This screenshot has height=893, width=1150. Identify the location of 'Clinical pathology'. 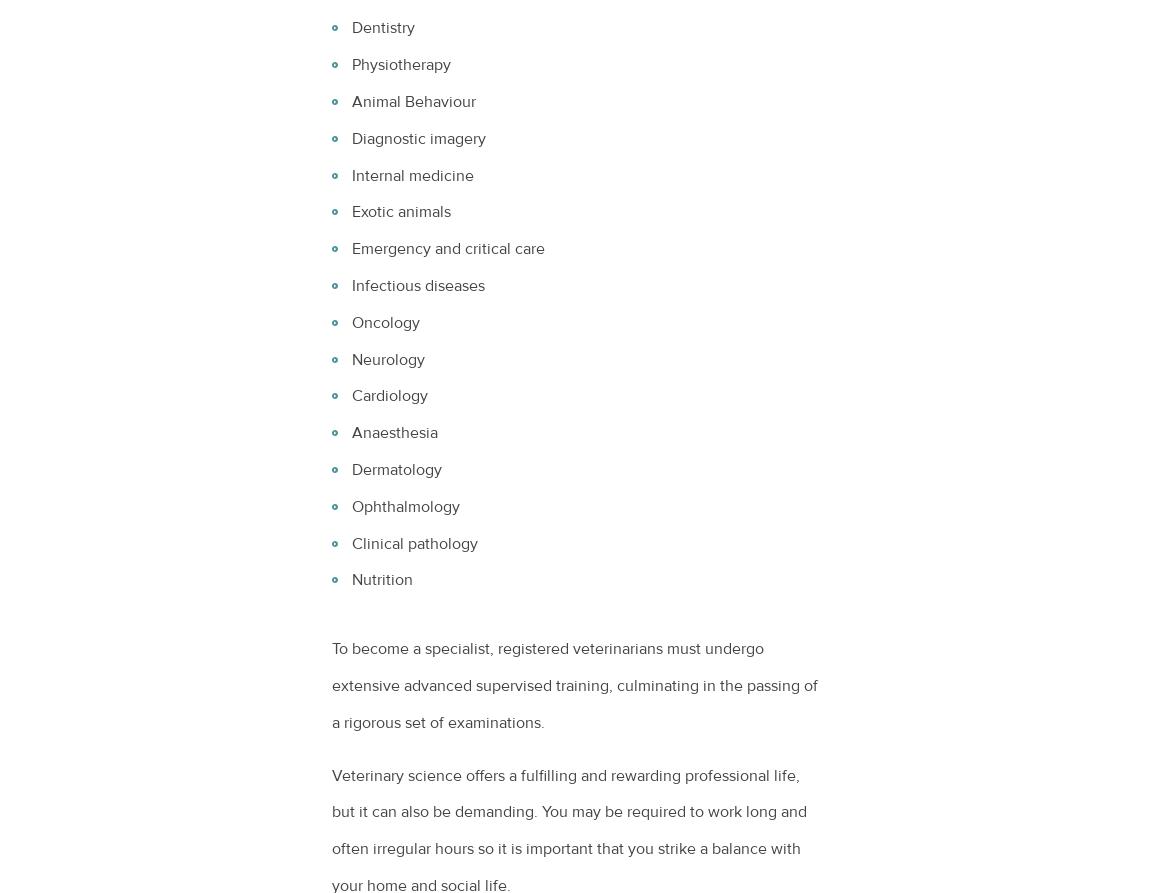
(415, 542).